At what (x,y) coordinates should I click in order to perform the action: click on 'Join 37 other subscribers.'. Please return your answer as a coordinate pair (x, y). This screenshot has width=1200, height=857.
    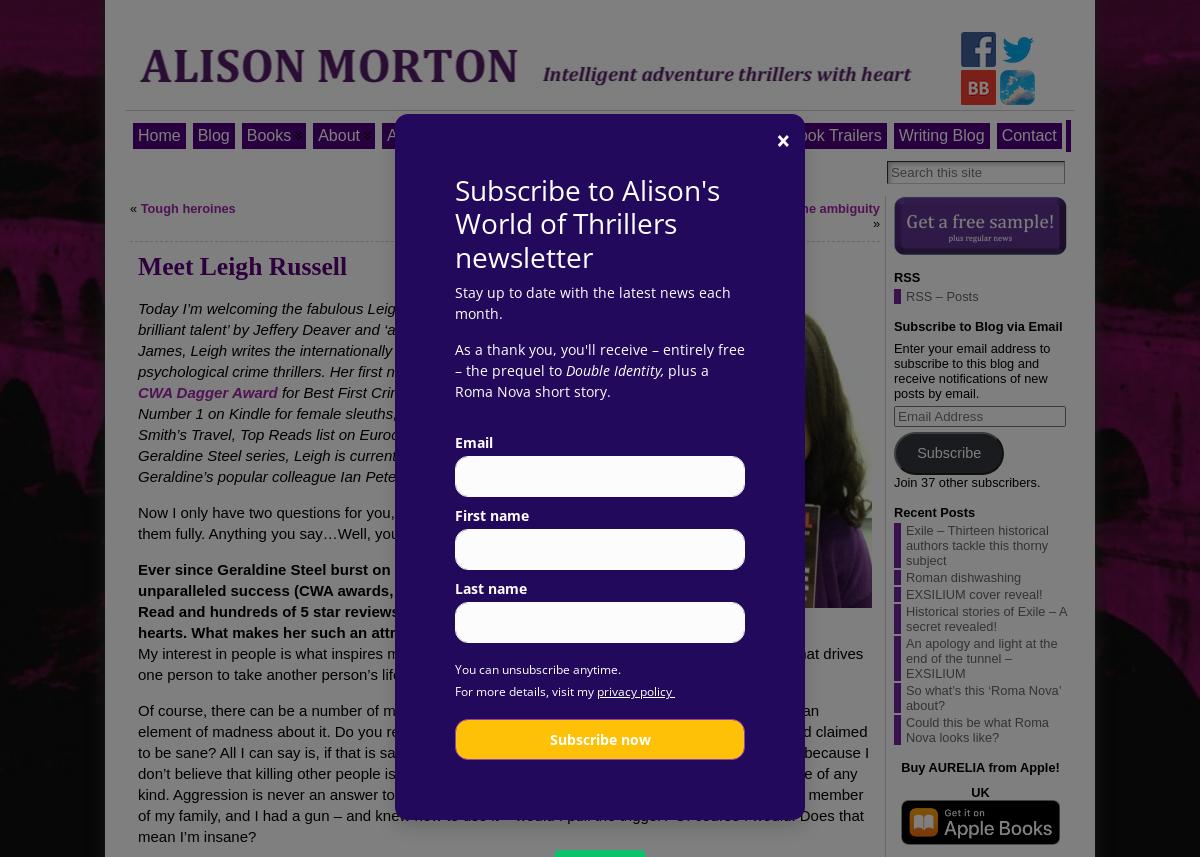
    Looking at the image, I should click on (893, 481).